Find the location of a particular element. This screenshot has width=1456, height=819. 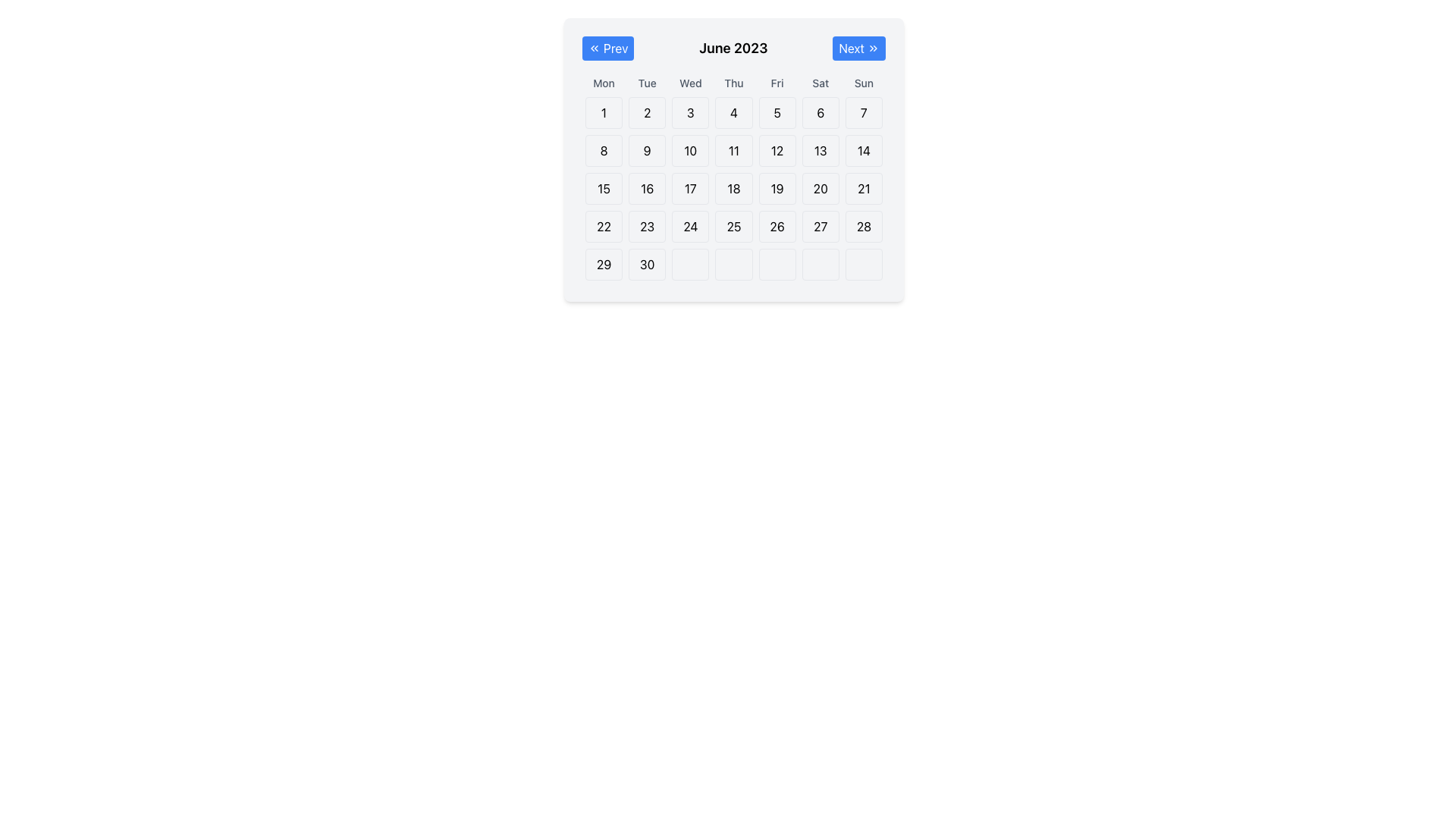

the button labeled '6' in the bottom-right quadrant of the calendar interface is located at coordinates (820, 112).